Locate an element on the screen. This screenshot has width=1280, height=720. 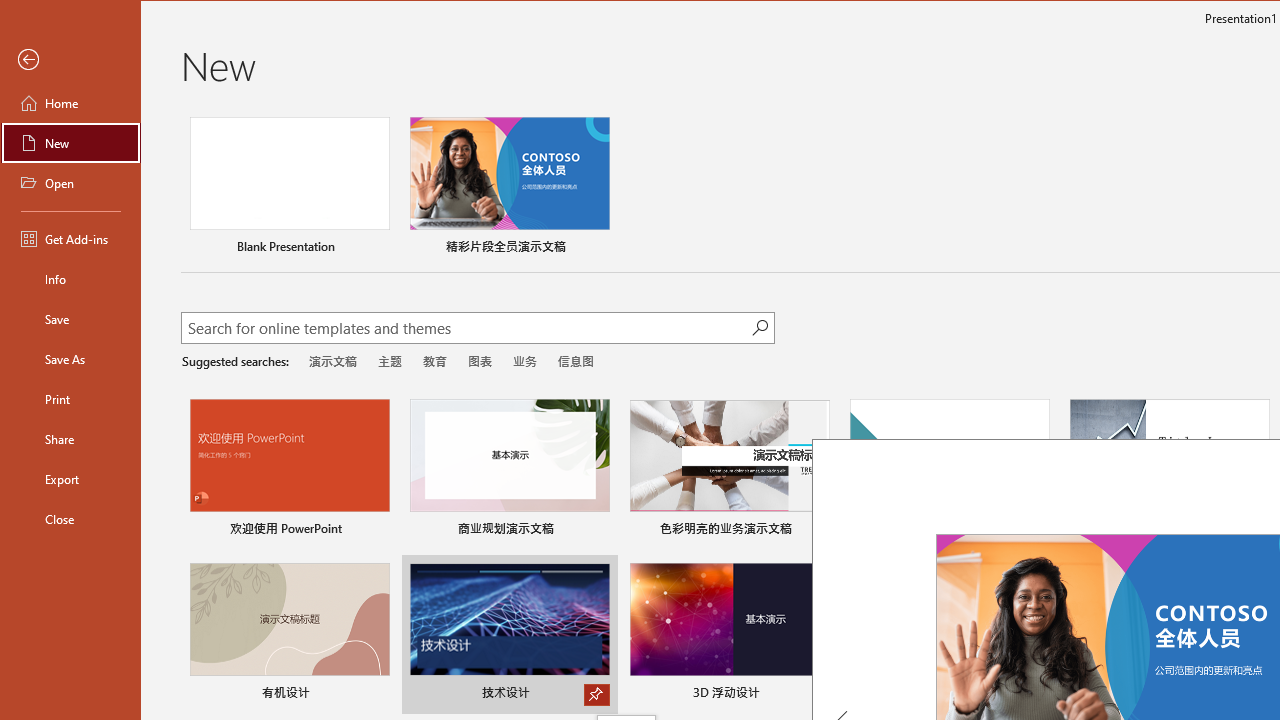
'Blank Presentation' is located at coordinates (288, 188).